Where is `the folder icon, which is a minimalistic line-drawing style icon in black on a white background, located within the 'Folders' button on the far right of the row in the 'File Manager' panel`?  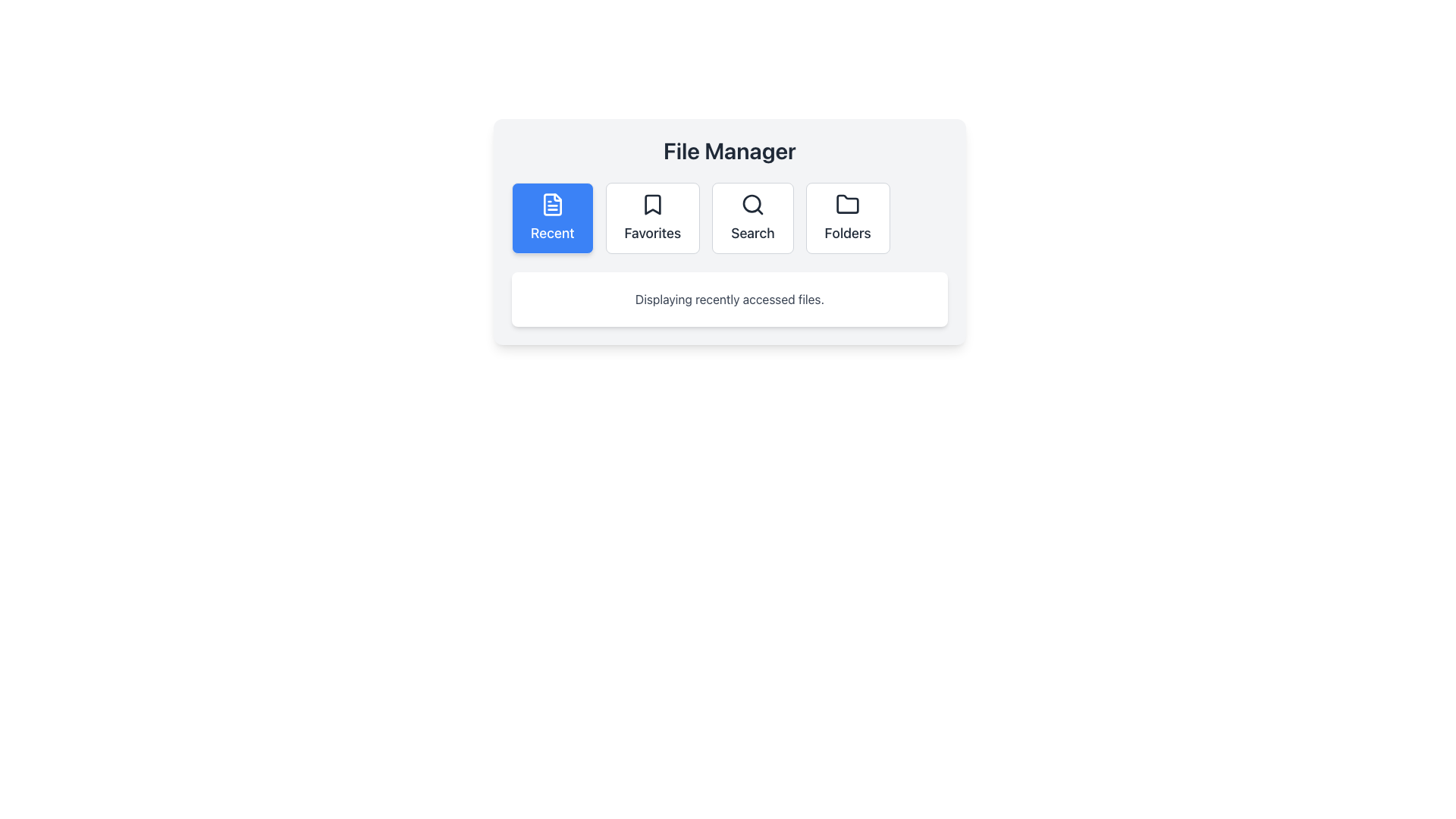
the folder icon, which is a minimalistic line-drawing style icon in black on a white background, located within the 'Folders' button on the far right of the row in the 'File Manager' panel is located at coordinates (847, 205).